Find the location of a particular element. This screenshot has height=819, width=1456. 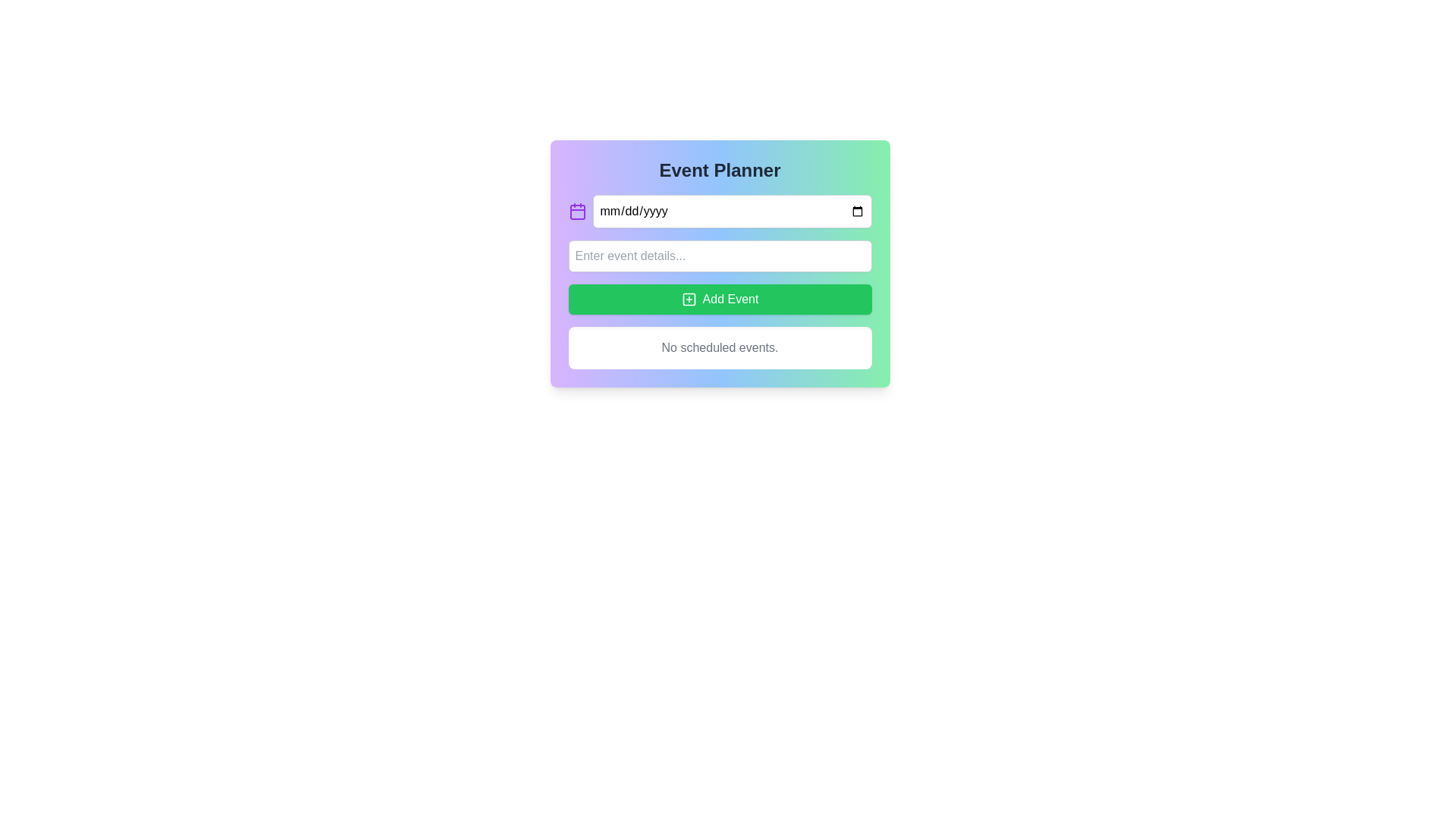

the button below the 'Enter event details...' input field is located at coordinates (719, 299).